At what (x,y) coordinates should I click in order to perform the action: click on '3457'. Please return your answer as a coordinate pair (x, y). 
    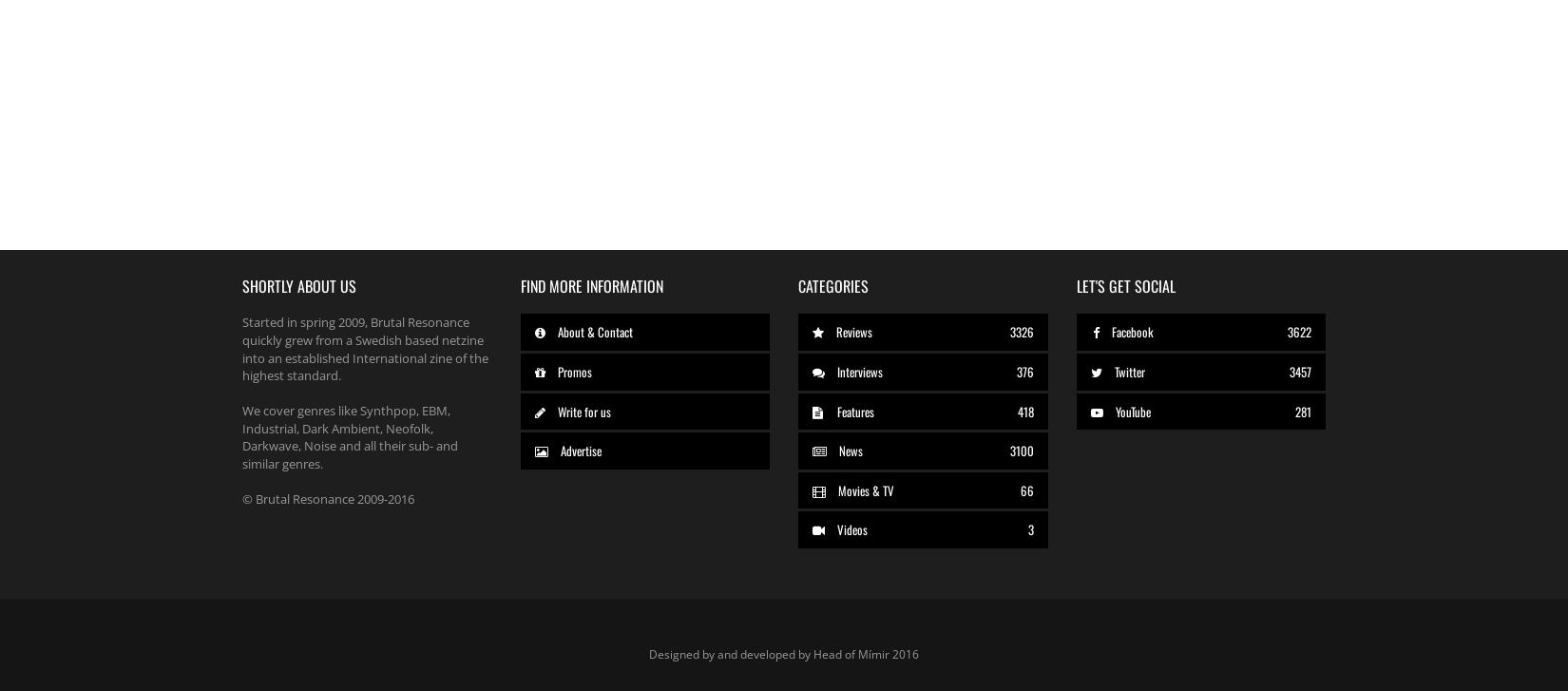
    Looking at the image, I should click on (1299, 370).